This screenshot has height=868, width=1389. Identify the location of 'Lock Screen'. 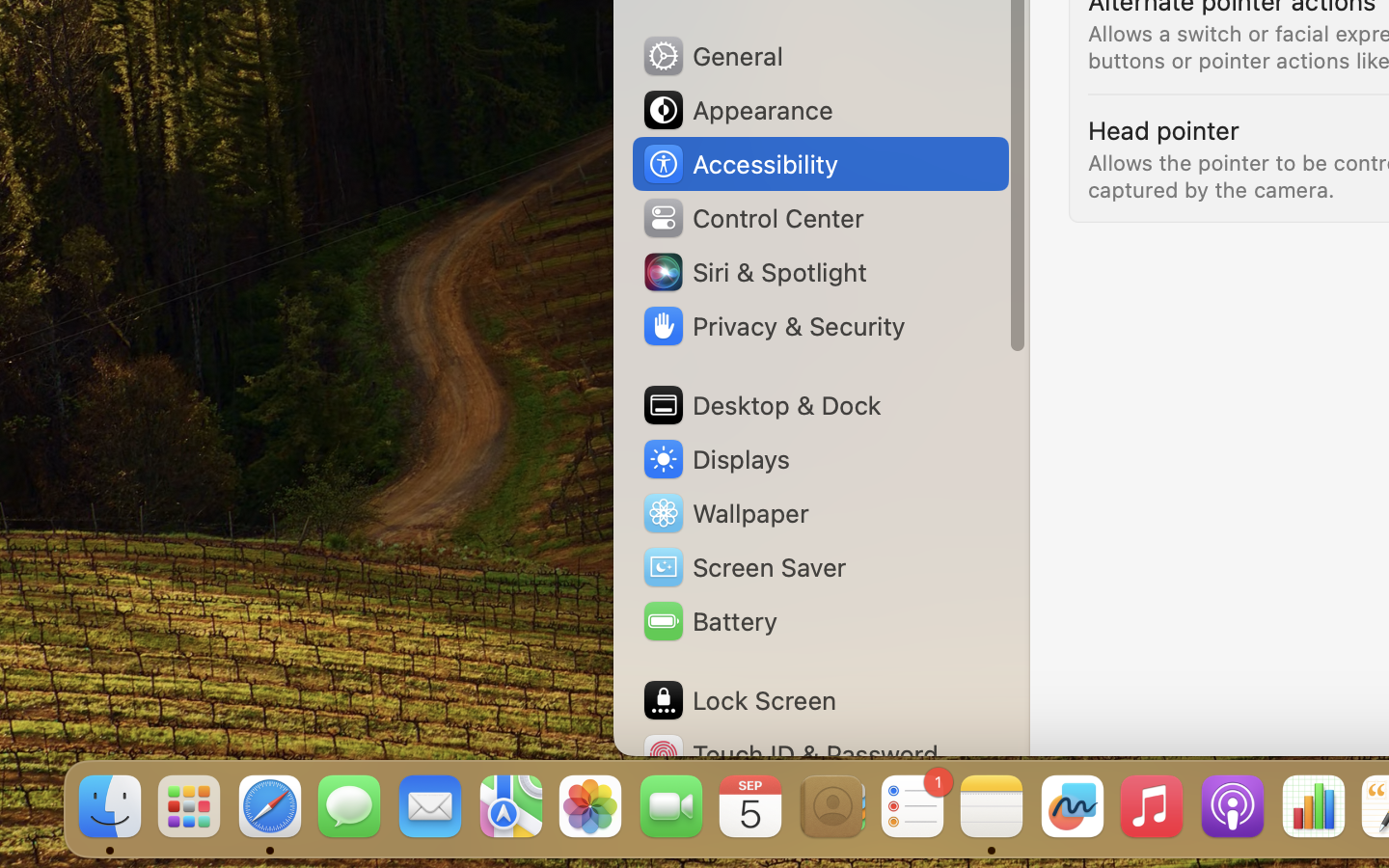
(737, 699).